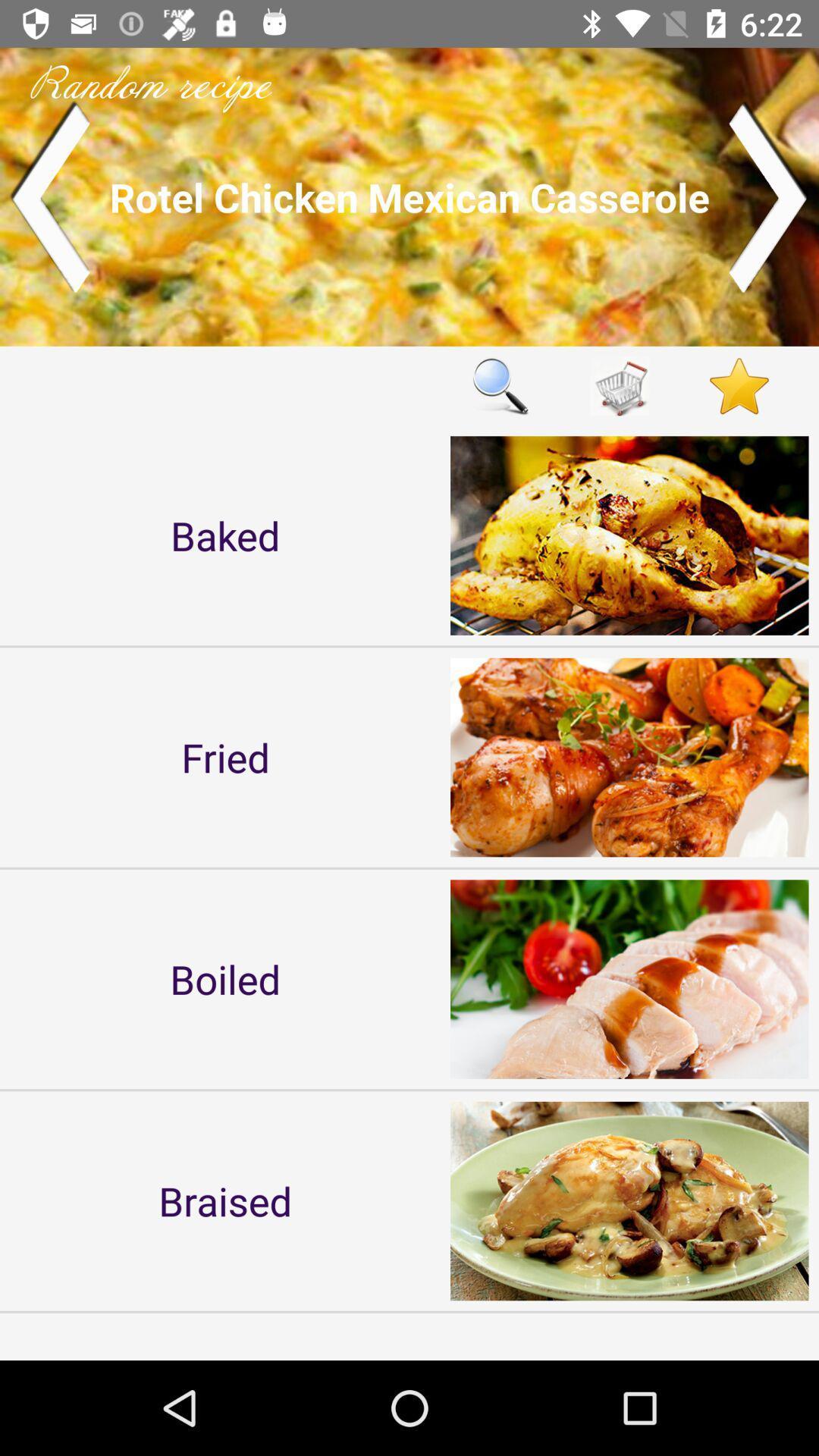  What do you see at coordinates (225, 535) in the screenshot?
I see `baked item` at bounding box center [225, 535].